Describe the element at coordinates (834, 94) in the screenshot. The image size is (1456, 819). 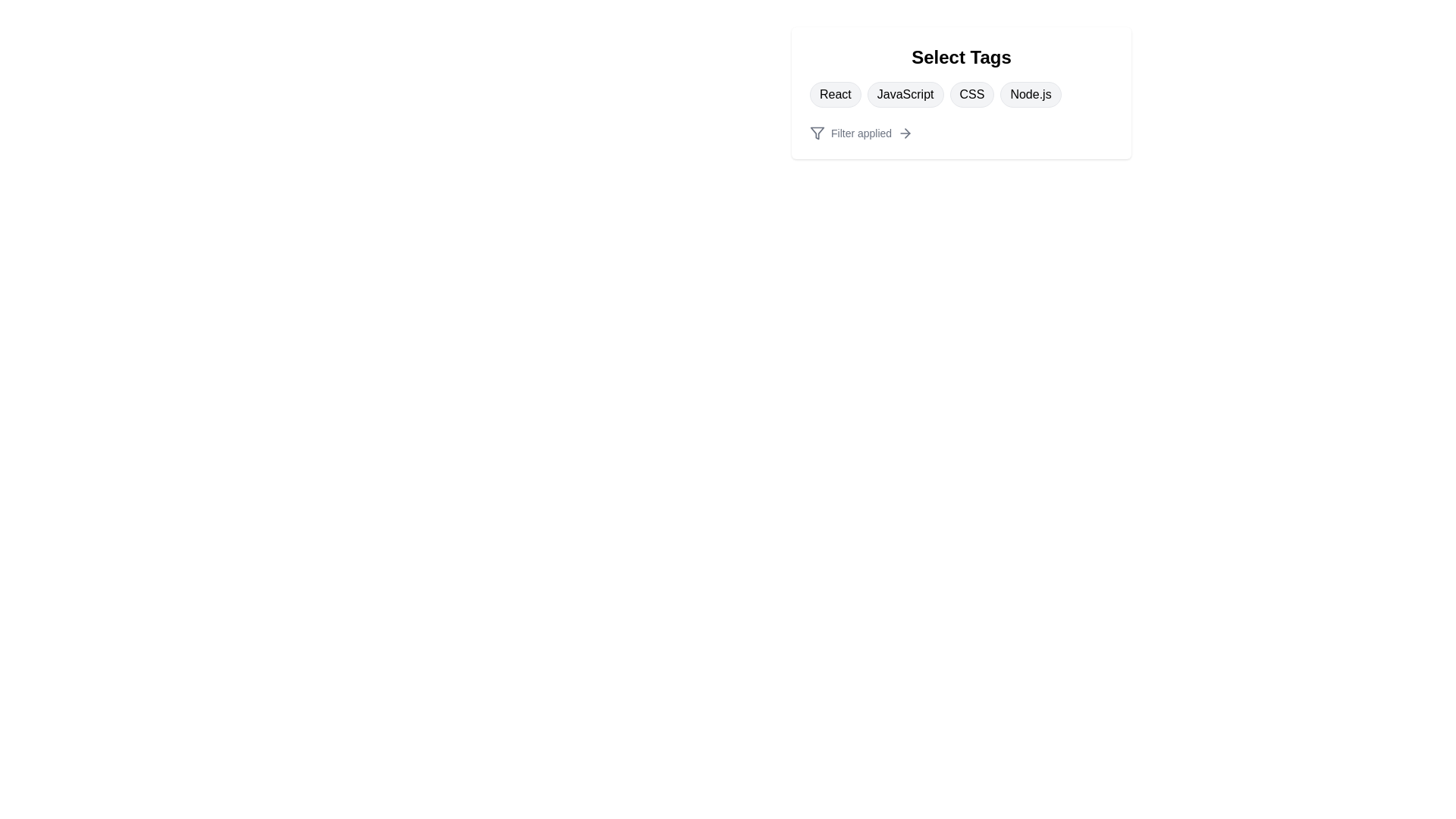
I see `the 'React' button located at the top-right corner of the interface` at that location.